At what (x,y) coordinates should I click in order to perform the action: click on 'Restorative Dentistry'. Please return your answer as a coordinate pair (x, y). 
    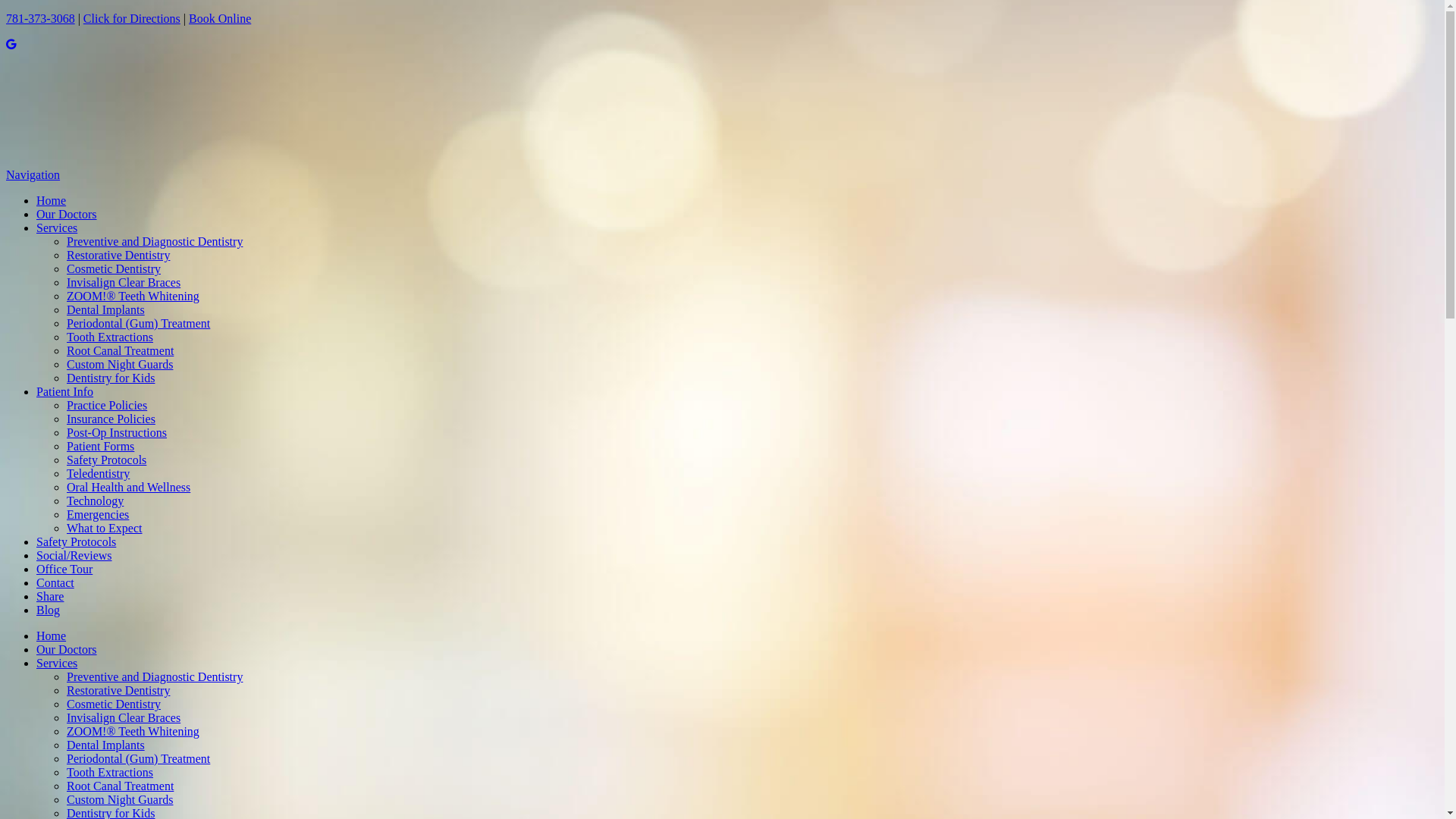
    Looking at the image, I should click on (118, 690).